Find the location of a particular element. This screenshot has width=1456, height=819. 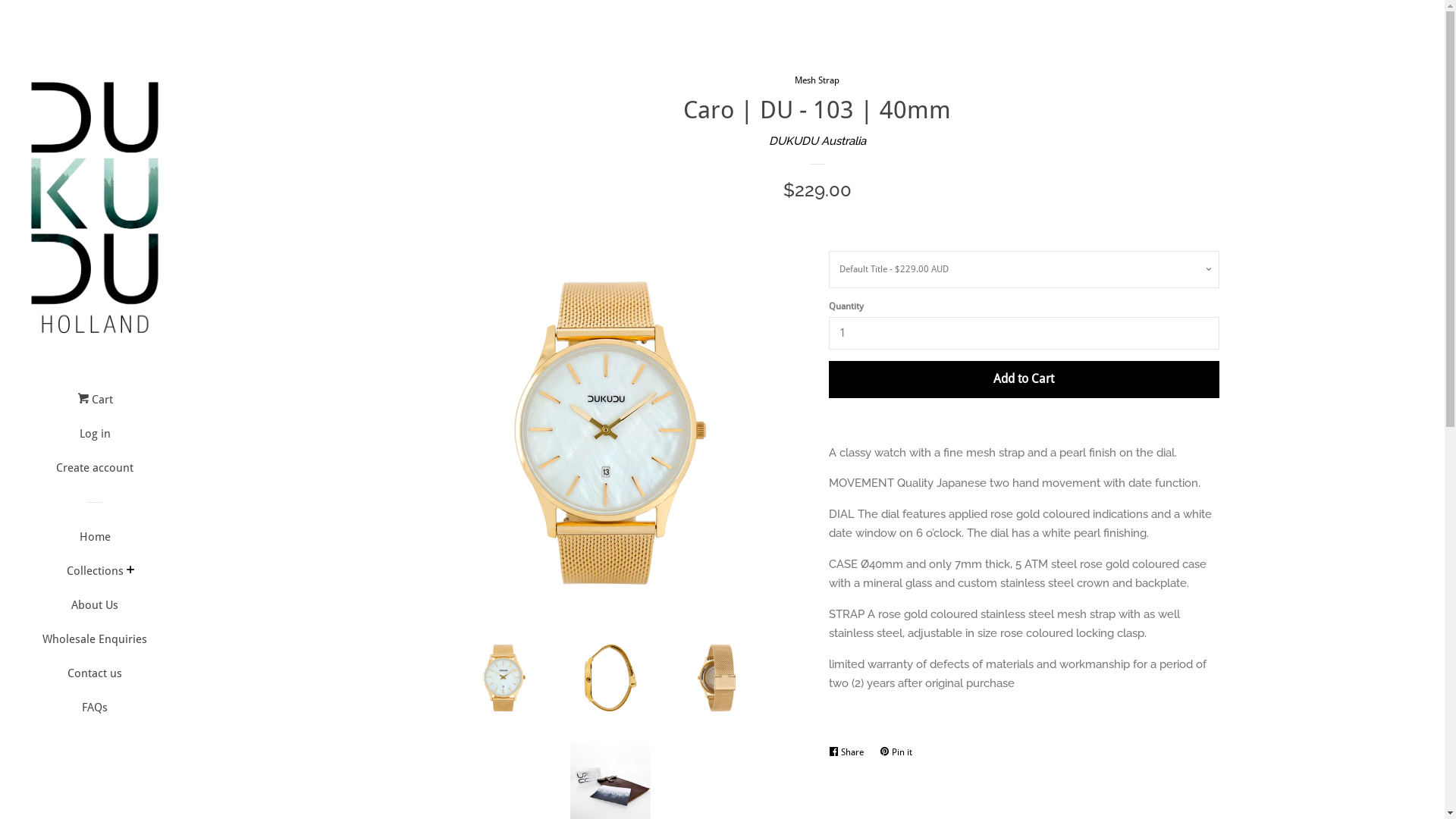

'Pin it is located at coordinates (899, 752).